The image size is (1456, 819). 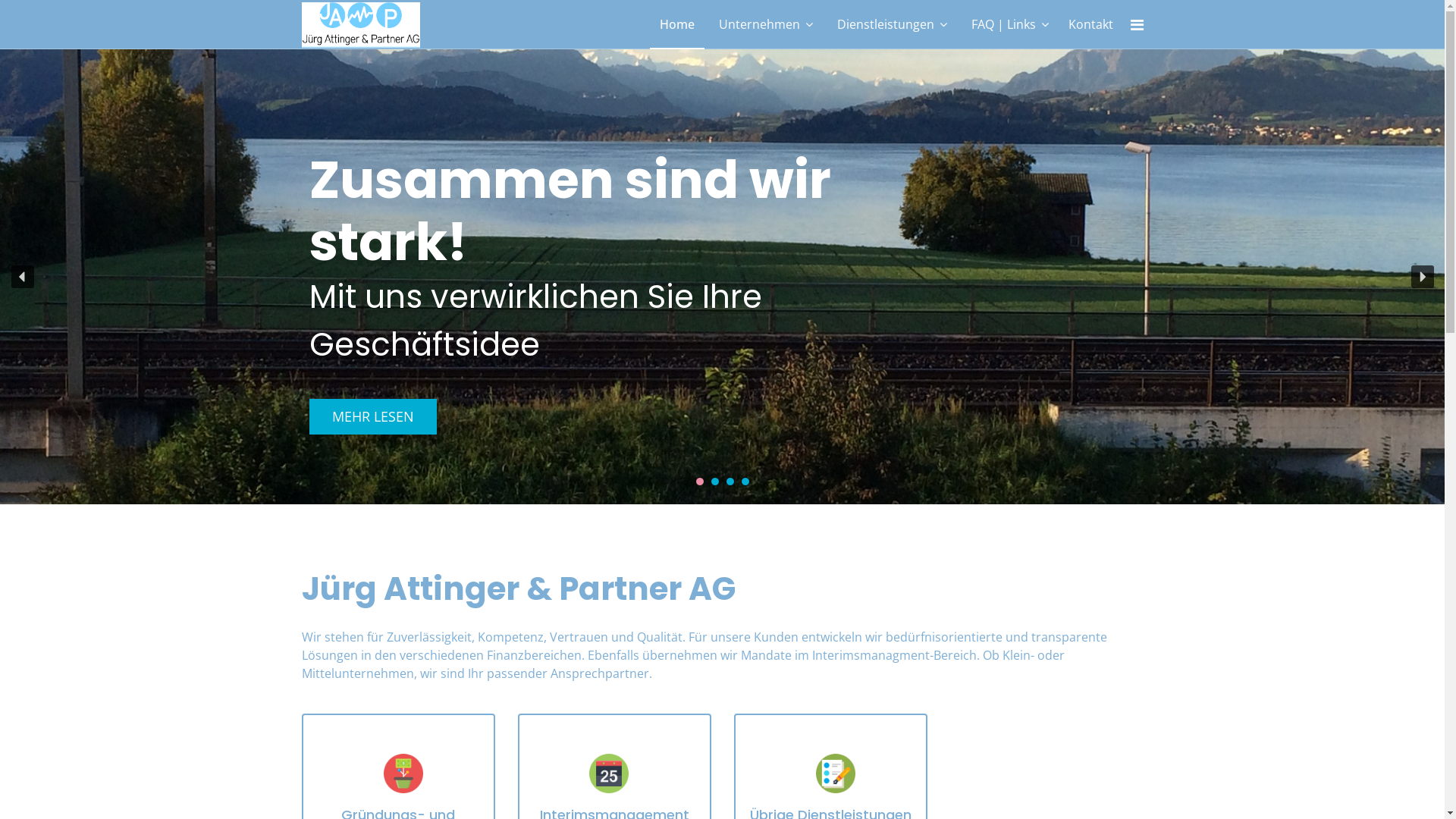 What do you see at coordinates (891, 24) in the screenshot?
I see `'Dienstleistungen'` at bounding box center [891, 24].